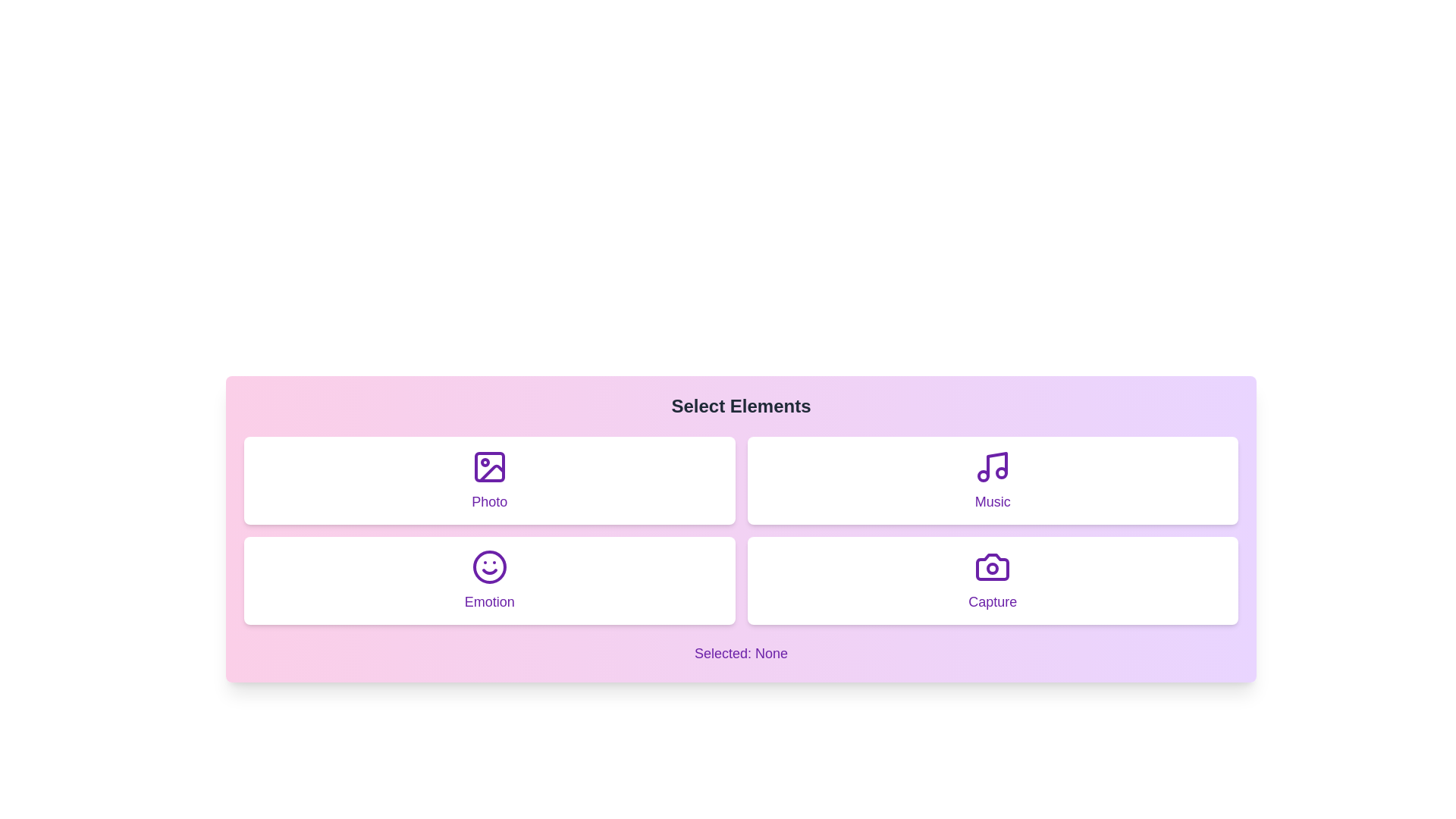  Describe the element at coordinates (489, 480) in the screenshot. I see `the element Photo by clicking on its corresponding button` at that location.